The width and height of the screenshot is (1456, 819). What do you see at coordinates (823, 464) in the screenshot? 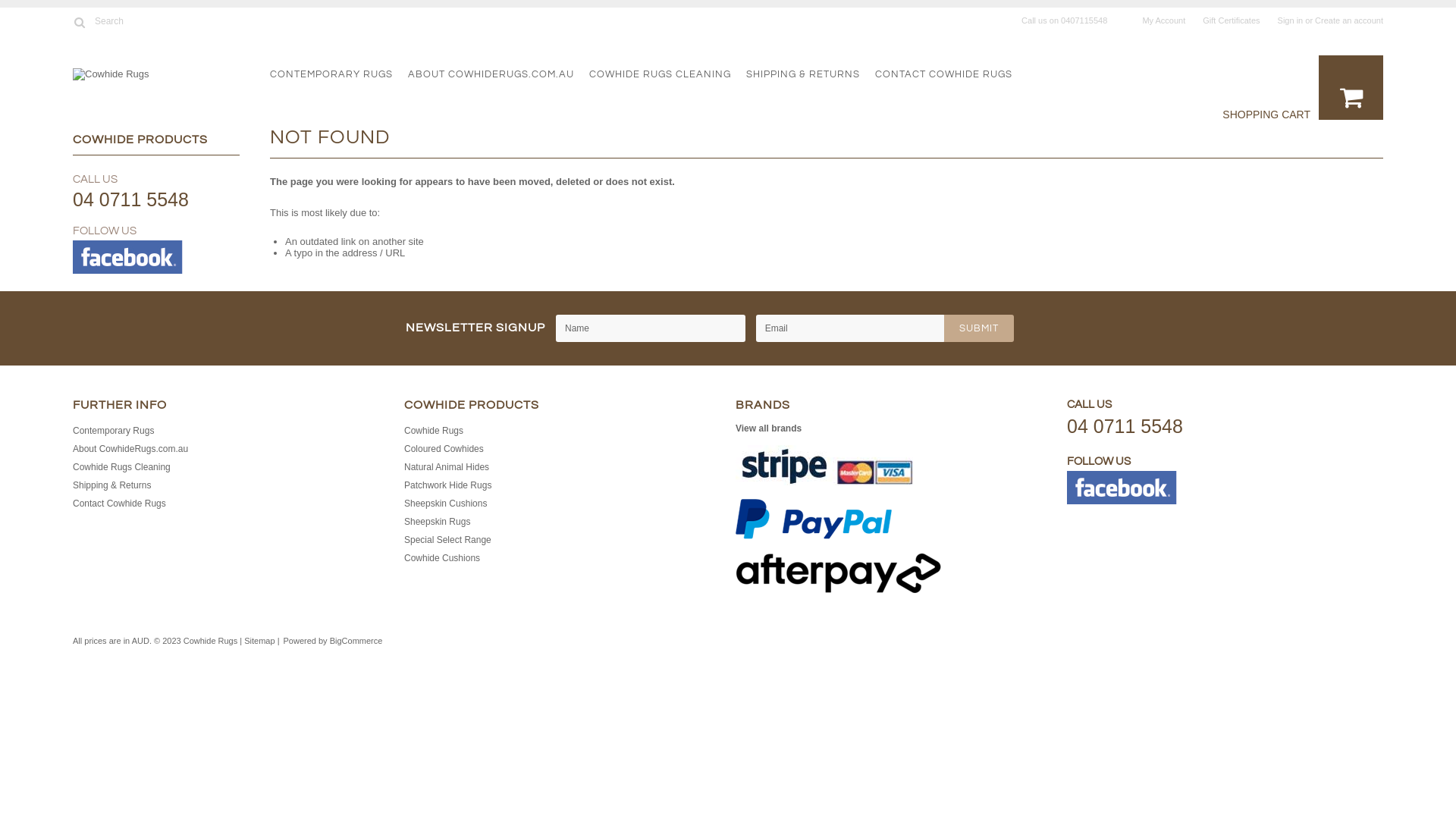
I see `'Stripe'` at bounding box center [823, 464].